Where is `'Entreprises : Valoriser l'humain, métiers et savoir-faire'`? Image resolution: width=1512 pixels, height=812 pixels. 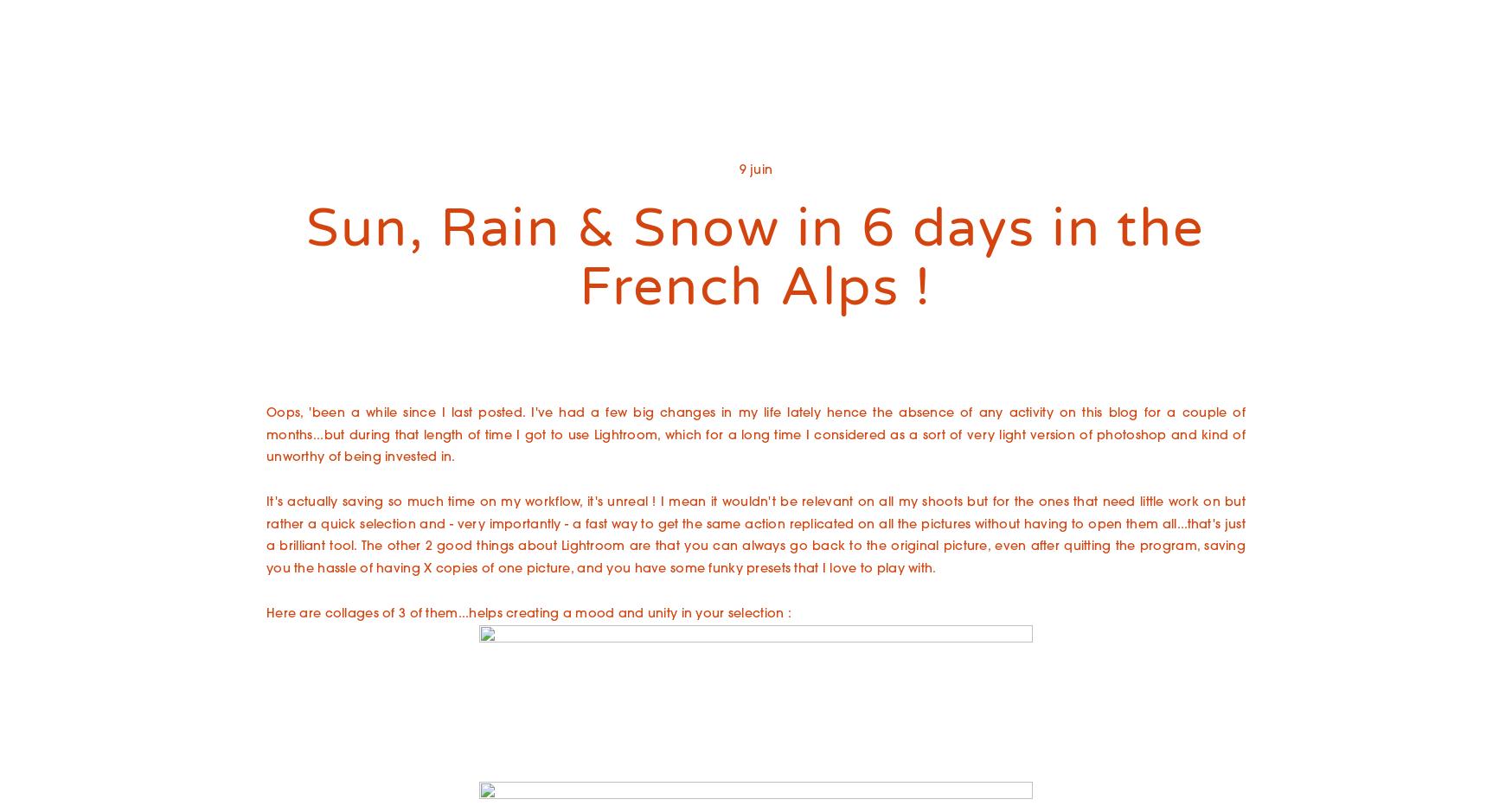 'Entreprises : Valoriser l'humain, métiers et savoir-faire' is located at coordinates (785, 126).